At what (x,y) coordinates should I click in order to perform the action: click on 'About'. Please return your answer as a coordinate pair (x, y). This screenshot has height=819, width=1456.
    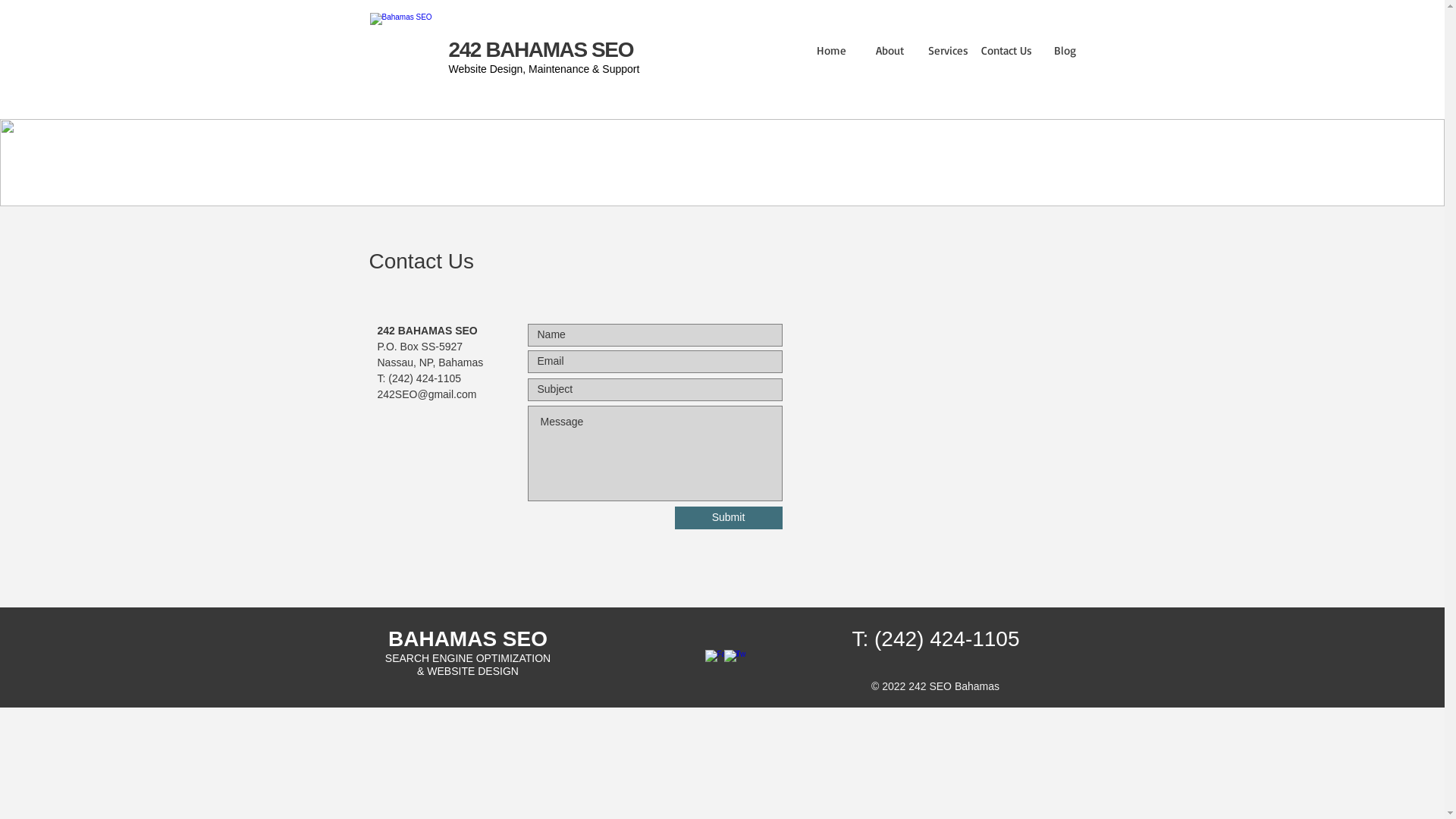
    Looking at the image, I should click on (890, 49).